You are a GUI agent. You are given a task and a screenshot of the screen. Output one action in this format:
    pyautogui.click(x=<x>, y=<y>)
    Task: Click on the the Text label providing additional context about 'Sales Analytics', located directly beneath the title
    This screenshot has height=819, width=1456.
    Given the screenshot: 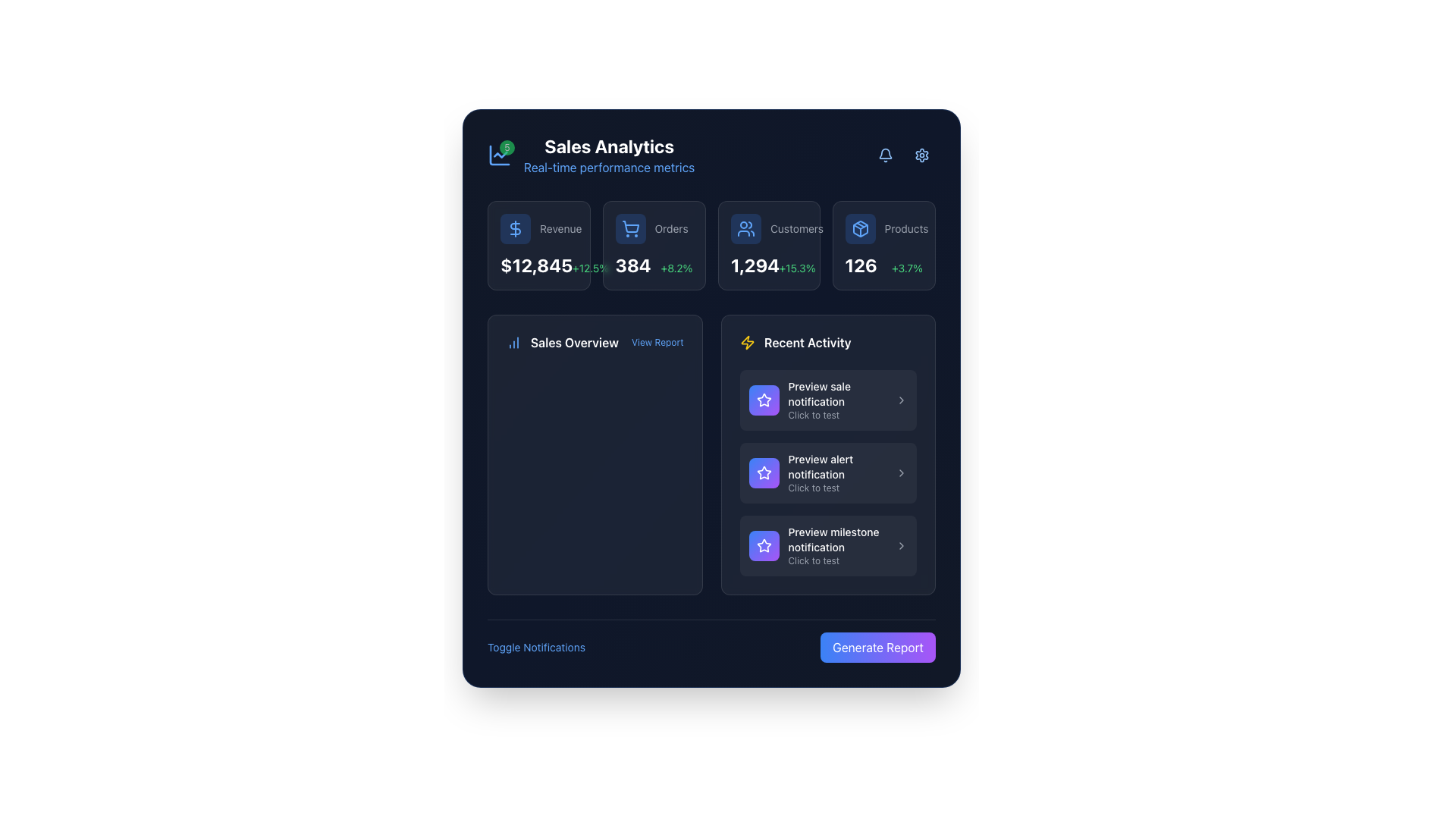 What is the action you would take?
    pyautogui.click(x=609, y=167)
    